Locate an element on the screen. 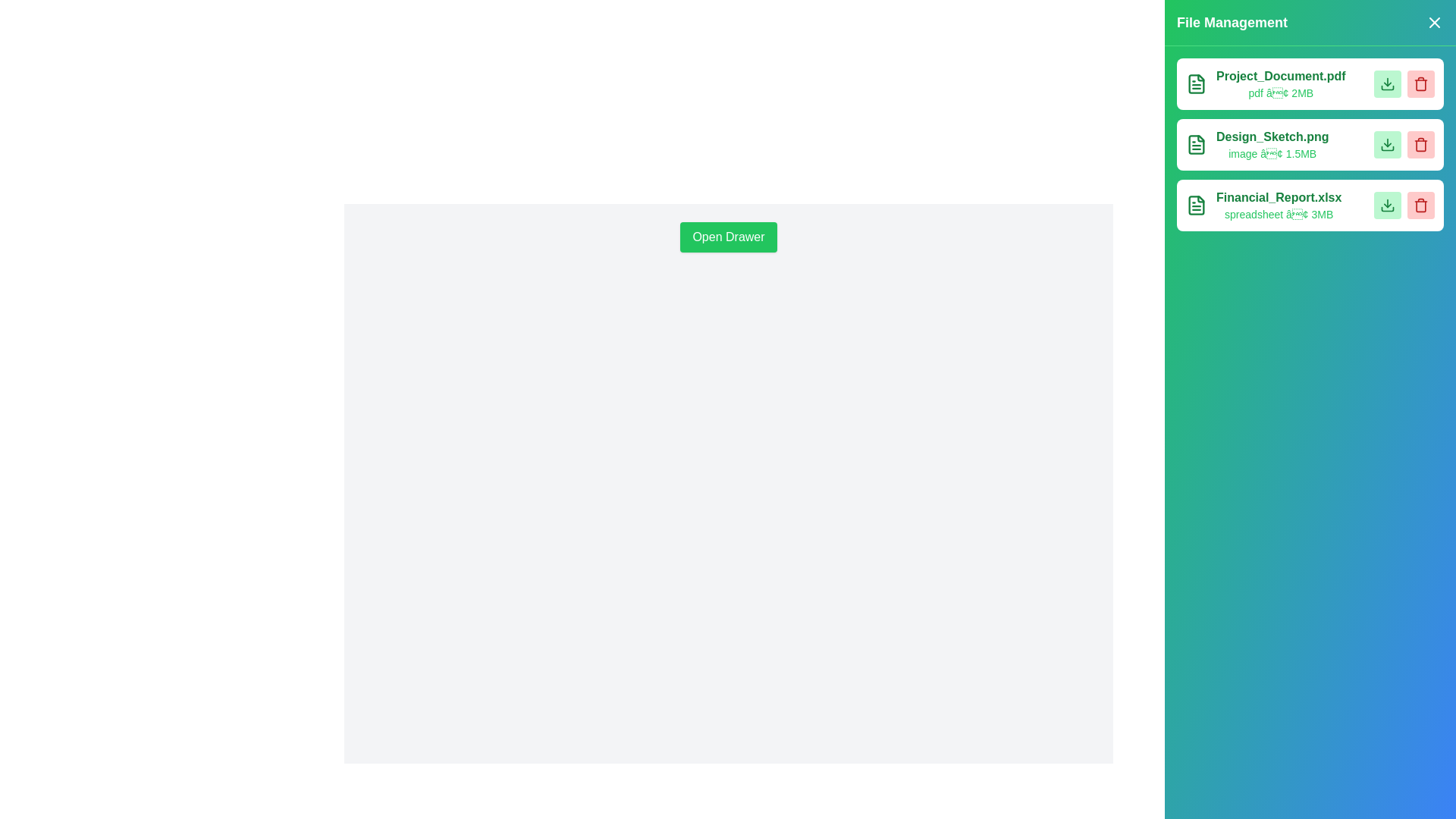 This screenshot has height=819, width=1456. the 'Delete' button for the file Design_Sketch.png is located at coordinates (1420, 145).